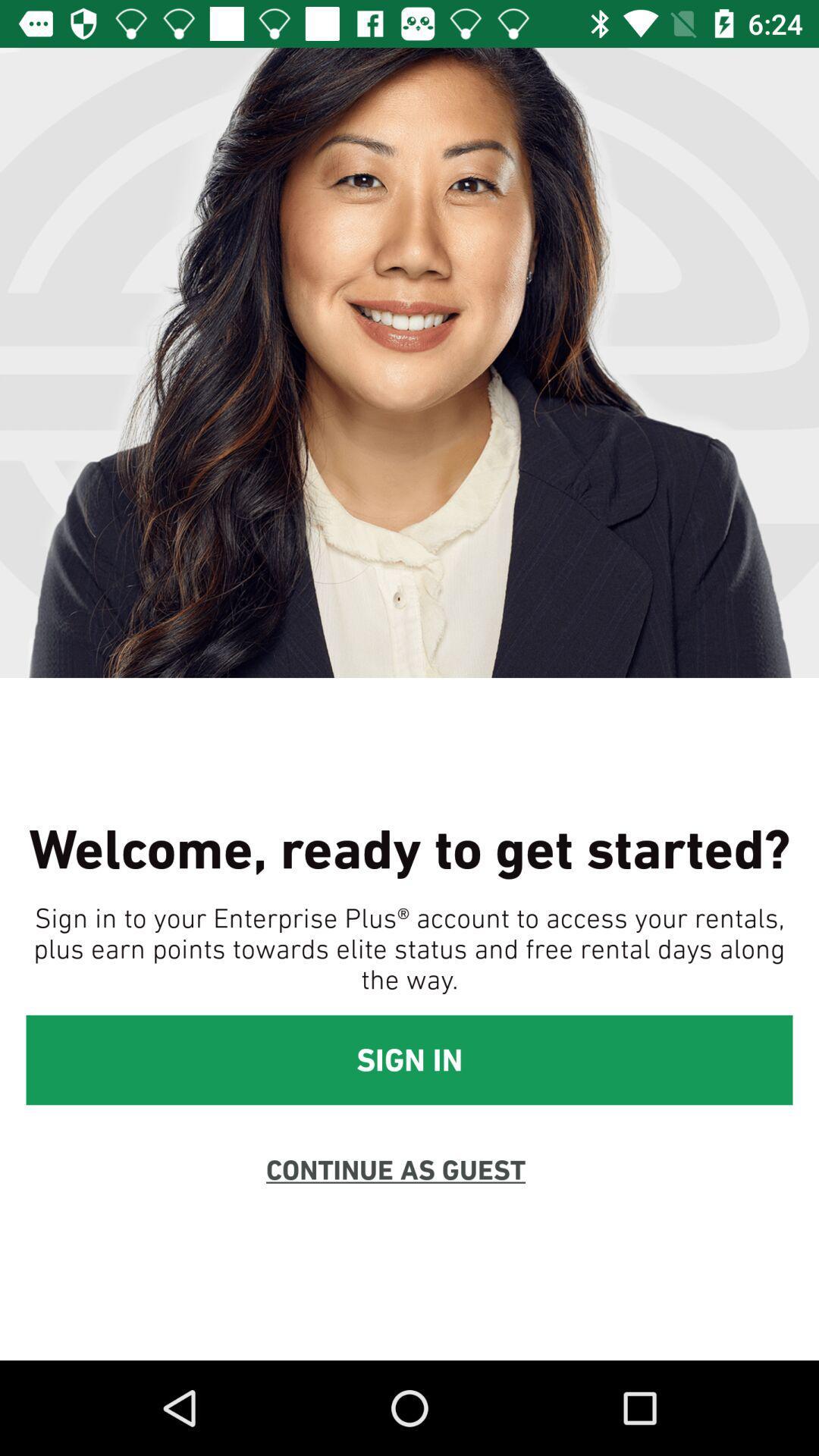 This screenshot has width=819, height=1456. Describe the element at coordinates (394, 1169) in the screenshot. I see `the continue as guest` at that location.